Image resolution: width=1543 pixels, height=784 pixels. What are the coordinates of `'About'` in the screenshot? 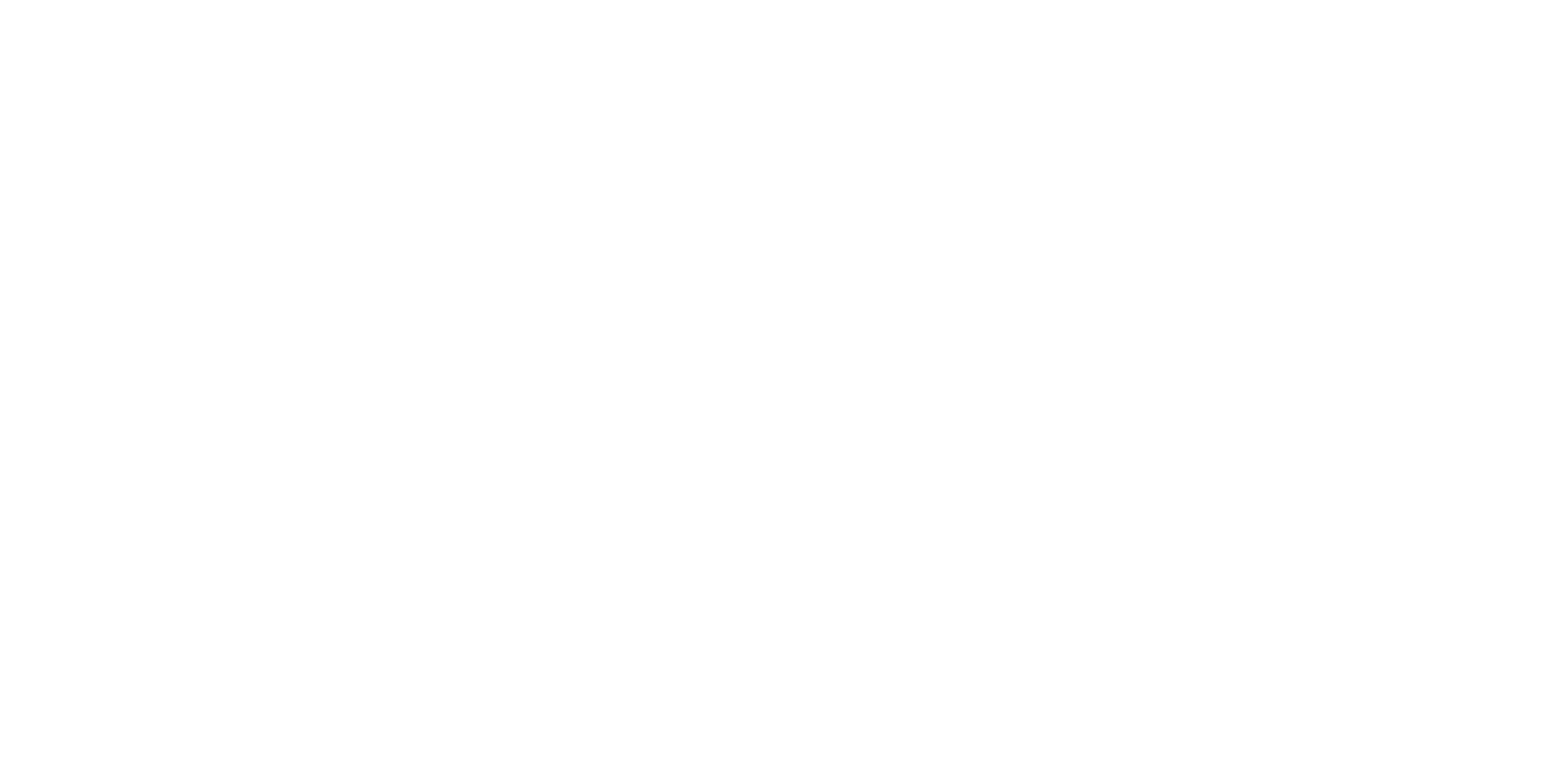 It's located at (1144, 565).